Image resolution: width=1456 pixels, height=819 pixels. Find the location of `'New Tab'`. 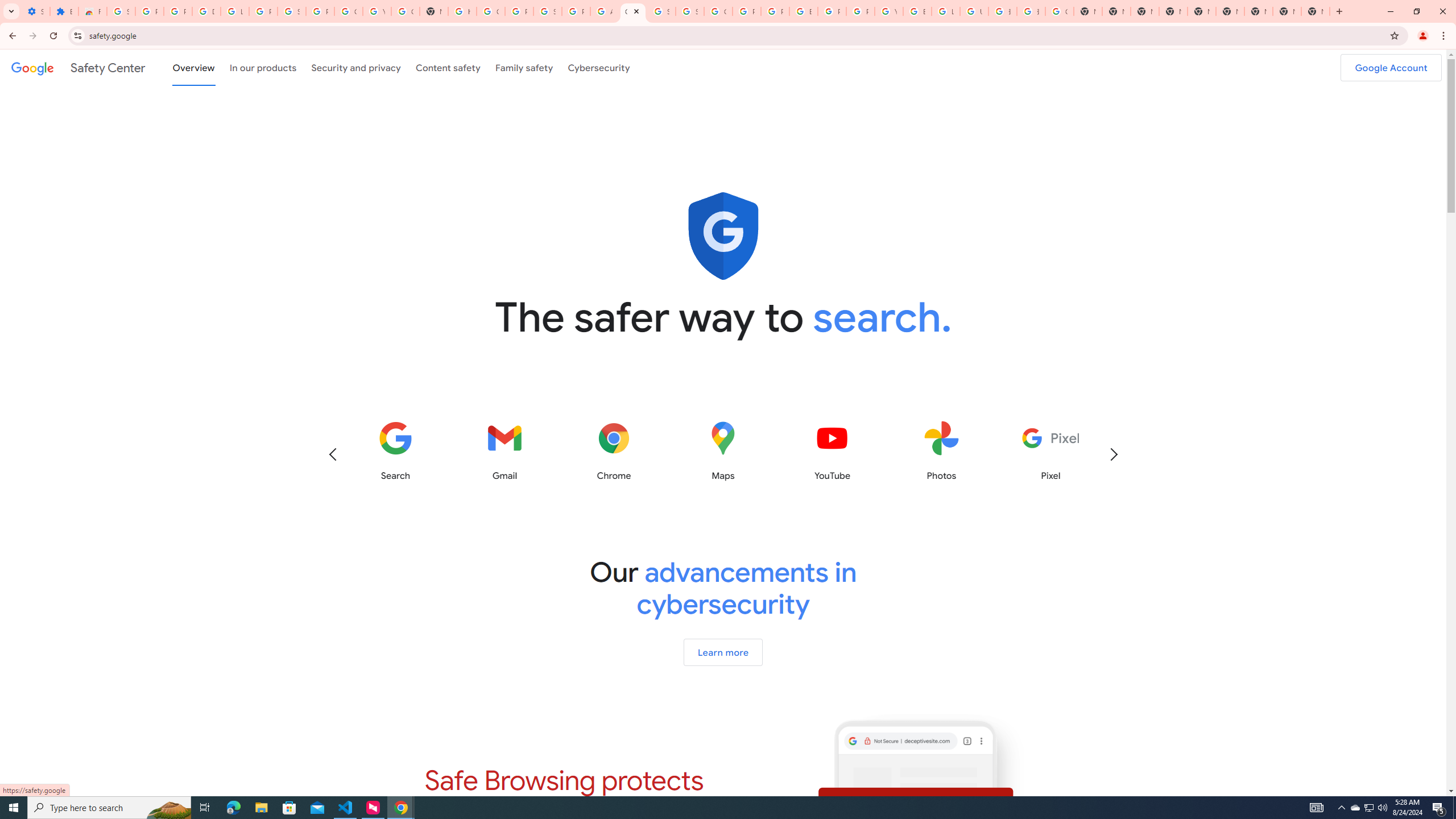

'New Tab' is located at coordinates (1314, 11).